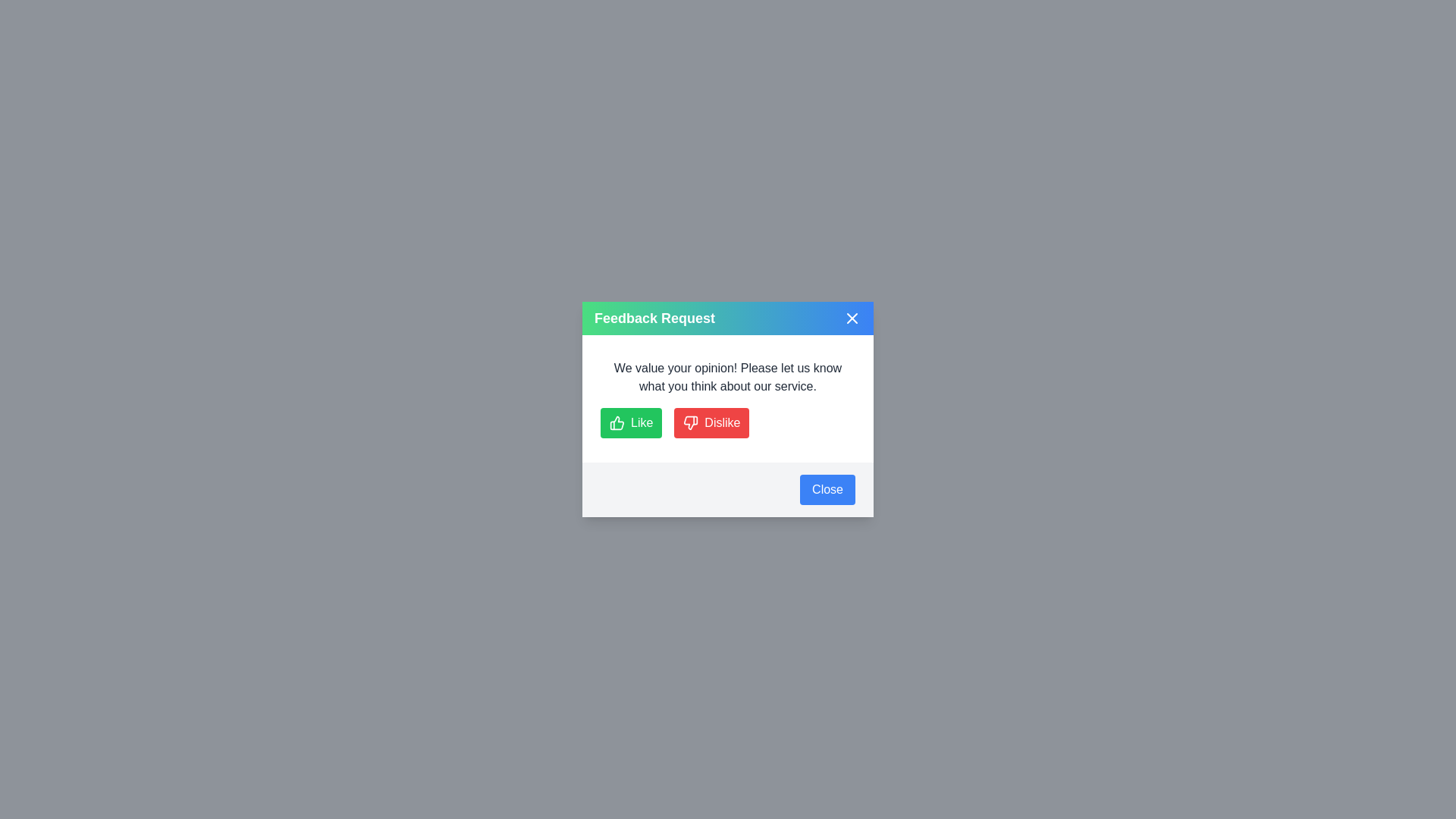 Image resolution: width=1456 pixels, height=819 pixels. I want to click on the 'X' button in the header of the FeedbackDialog, so click(852, 318).